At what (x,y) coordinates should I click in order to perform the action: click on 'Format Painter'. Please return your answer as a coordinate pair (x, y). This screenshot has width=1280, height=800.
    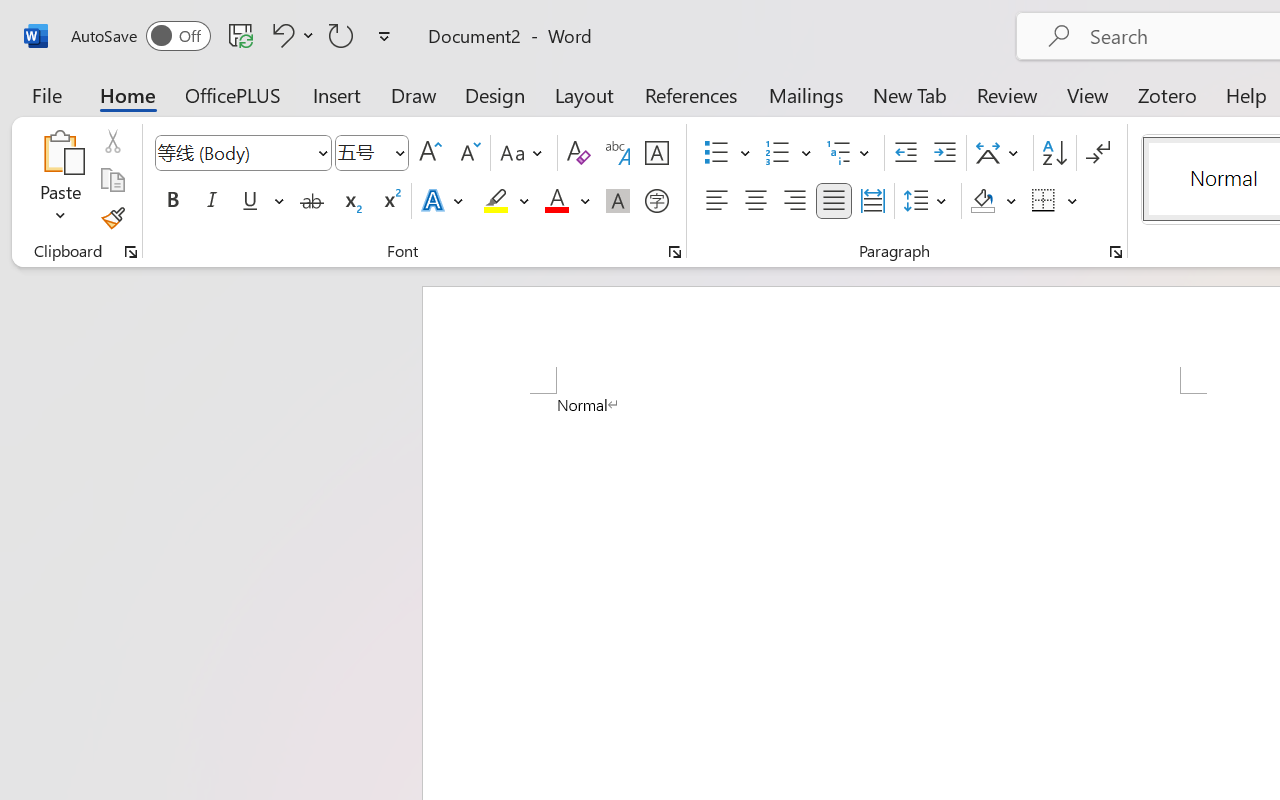
    Looking at the image, I should click on (111, 218).